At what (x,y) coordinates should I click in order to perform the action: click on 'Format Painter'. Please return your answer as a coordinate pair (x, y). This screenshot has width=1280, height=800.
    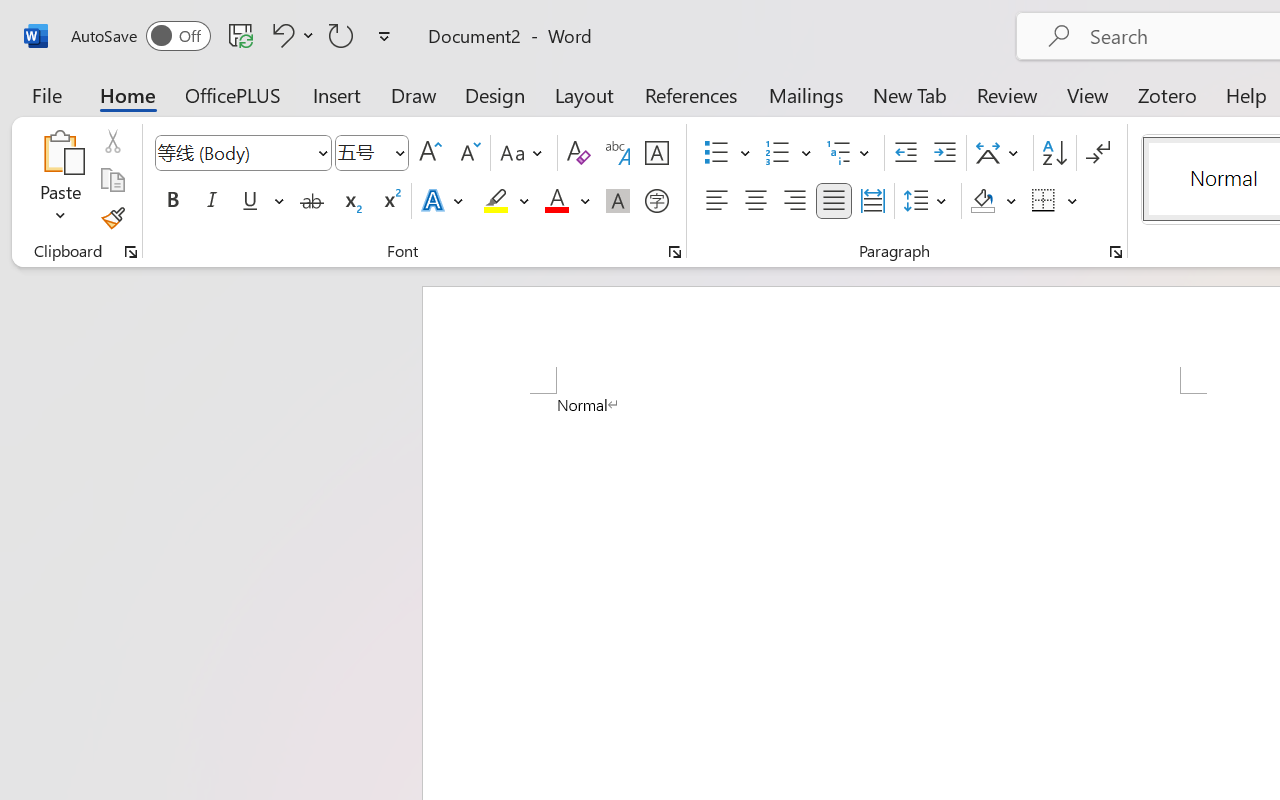
    Looking at the image, I should click on (111, 218).